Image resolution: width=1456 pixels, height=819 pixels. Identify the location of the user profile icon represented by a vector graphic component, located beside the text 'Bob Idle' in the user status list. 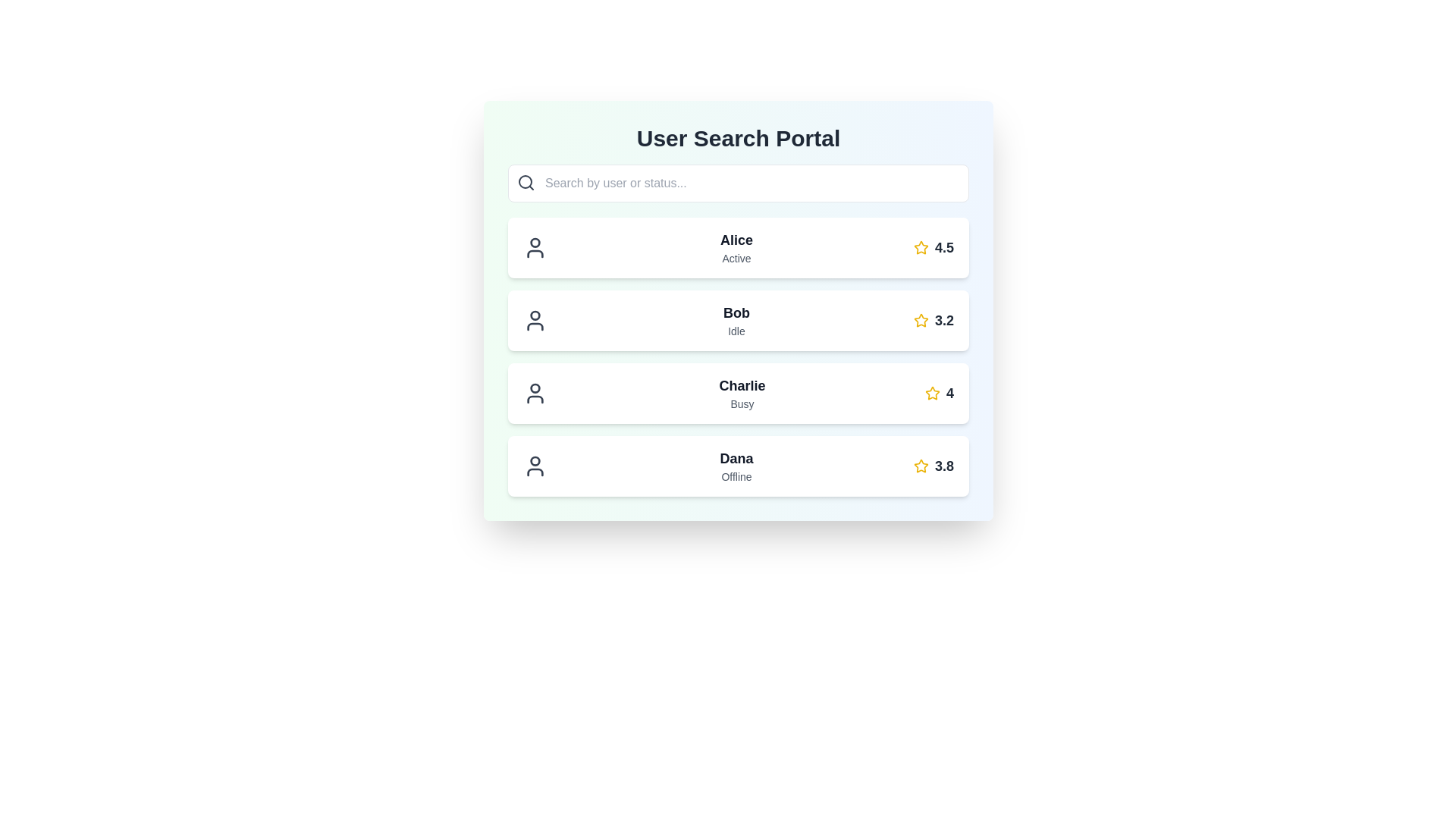
(535, 326).